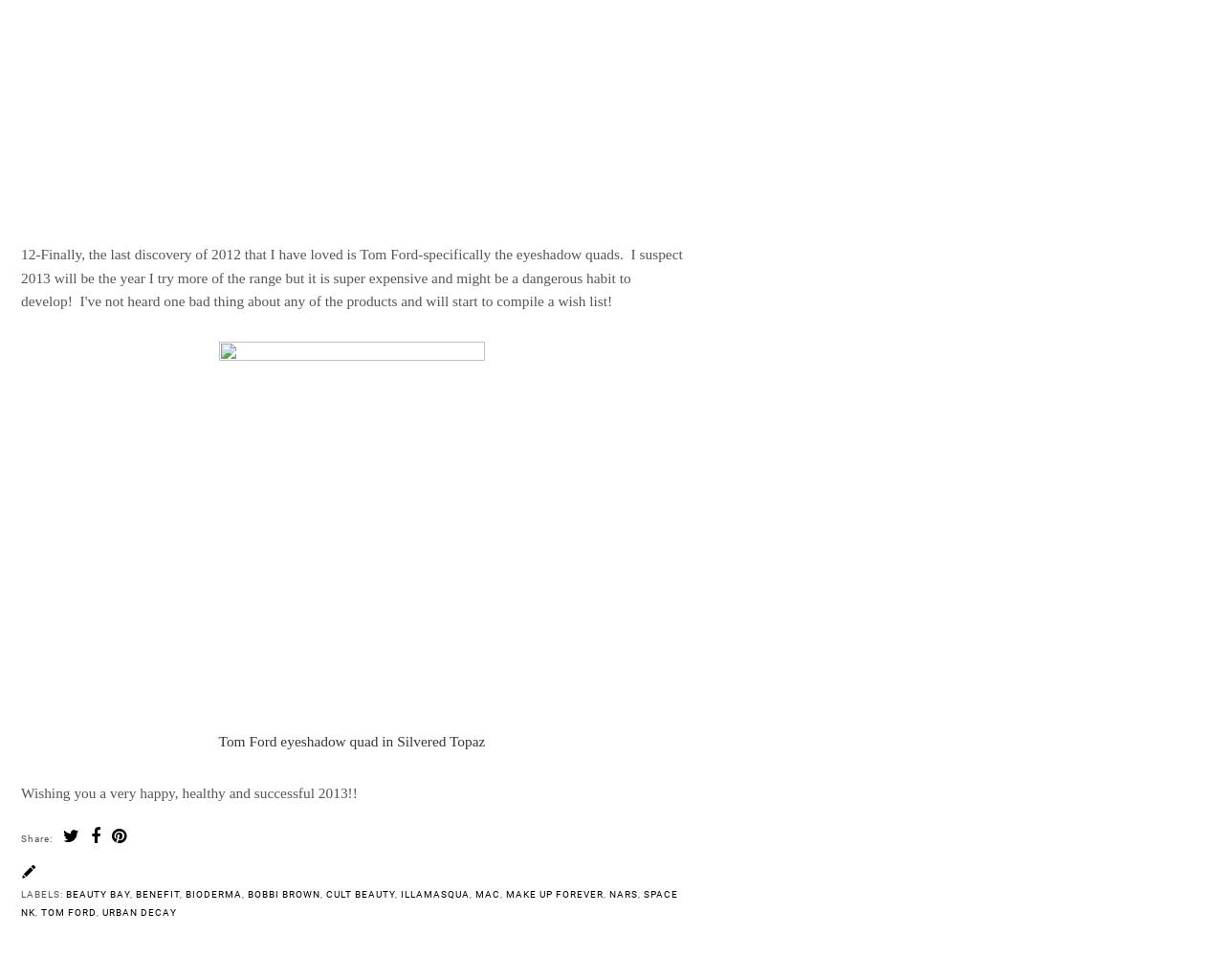 Image resolution: width=1232 pixels, height=957 pixels. What do you see at coordinates (351, 277) in the screenshot?
I see `'12-Finally, the last discovery of 2012 that I have loved is Tom Ford-specifically the eyeshadow quads.  I suspect 2013 will be the year I try more of the range but it is super expensive and might be a dangerous habit to develop!  I've not heard one bad thing about any of the products and will start to compile a wish list!'` at bounding box center [351, 277].